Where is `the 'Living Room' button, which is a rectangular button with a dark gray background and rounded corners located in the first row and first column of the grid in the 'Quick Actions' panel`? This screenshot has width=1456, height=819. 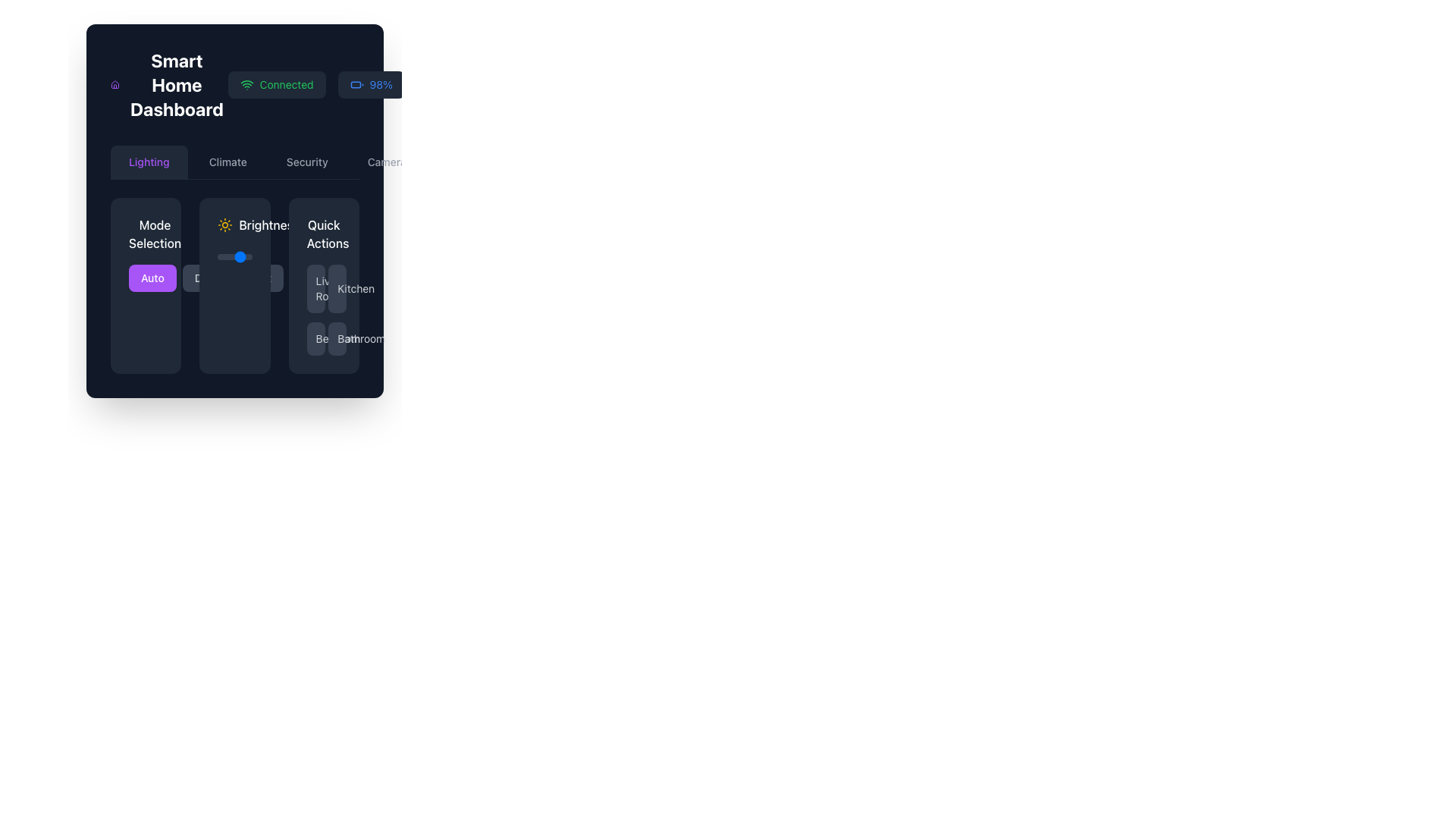
the 'Living Room' button, which is a rectangular button with a dark gray background and rounded corners located in the first row and first column of the grid in the 'Quick Actions' panel is located at coordinates (315, 289).